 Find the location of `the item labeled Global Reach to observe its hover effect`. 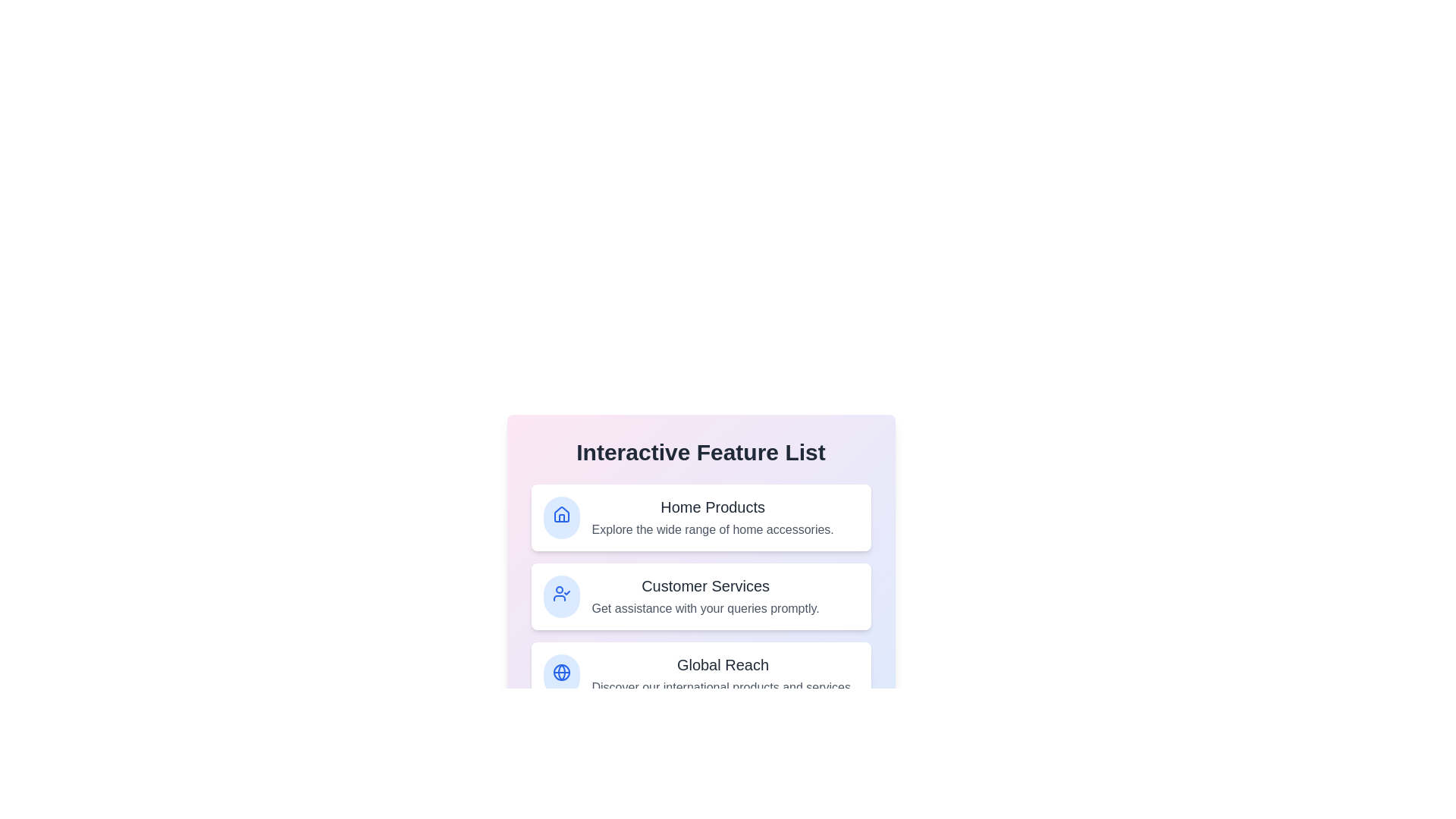

the item labeled Global Reach to observe its hover effect is located at coordinates (700, 675).